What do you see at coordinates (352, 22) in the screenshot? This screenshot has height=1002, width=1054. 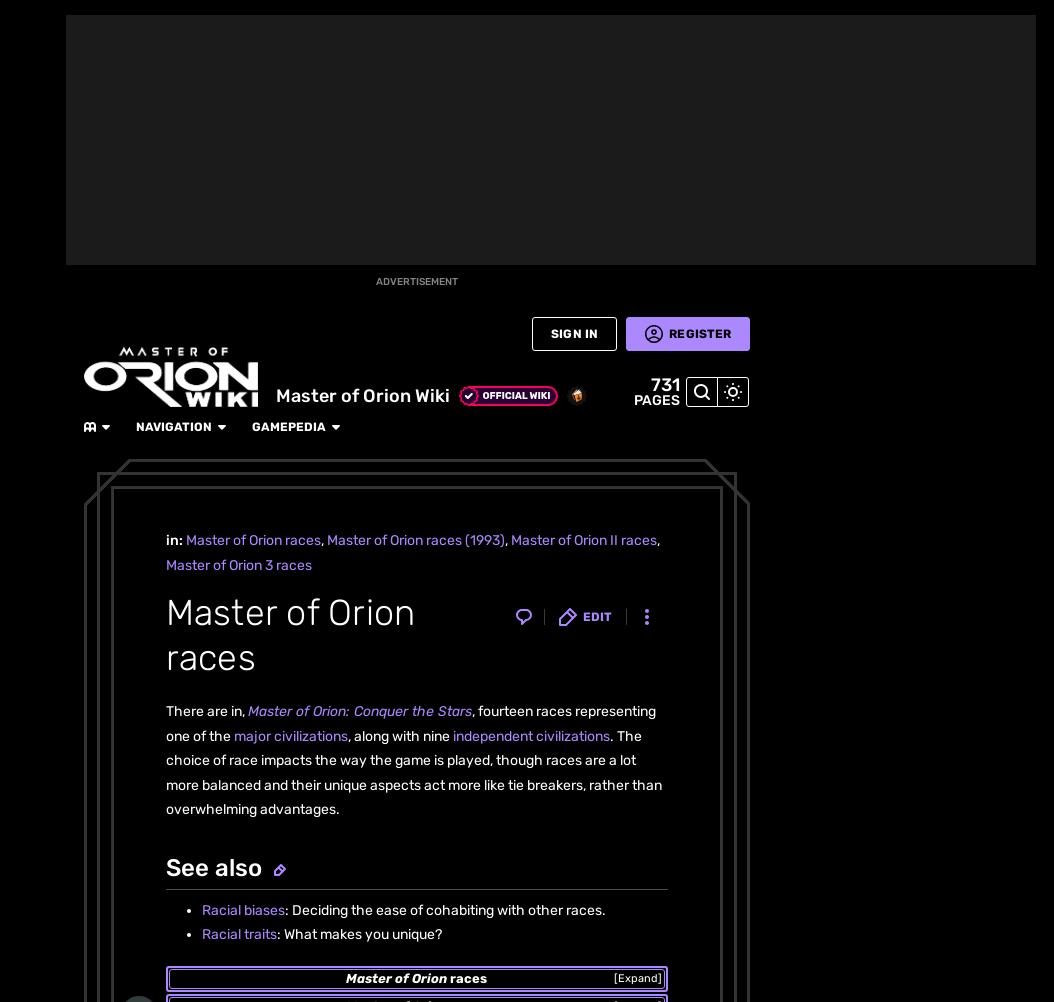 I see `'Gamepedia'` at bounding box center [352, 22].